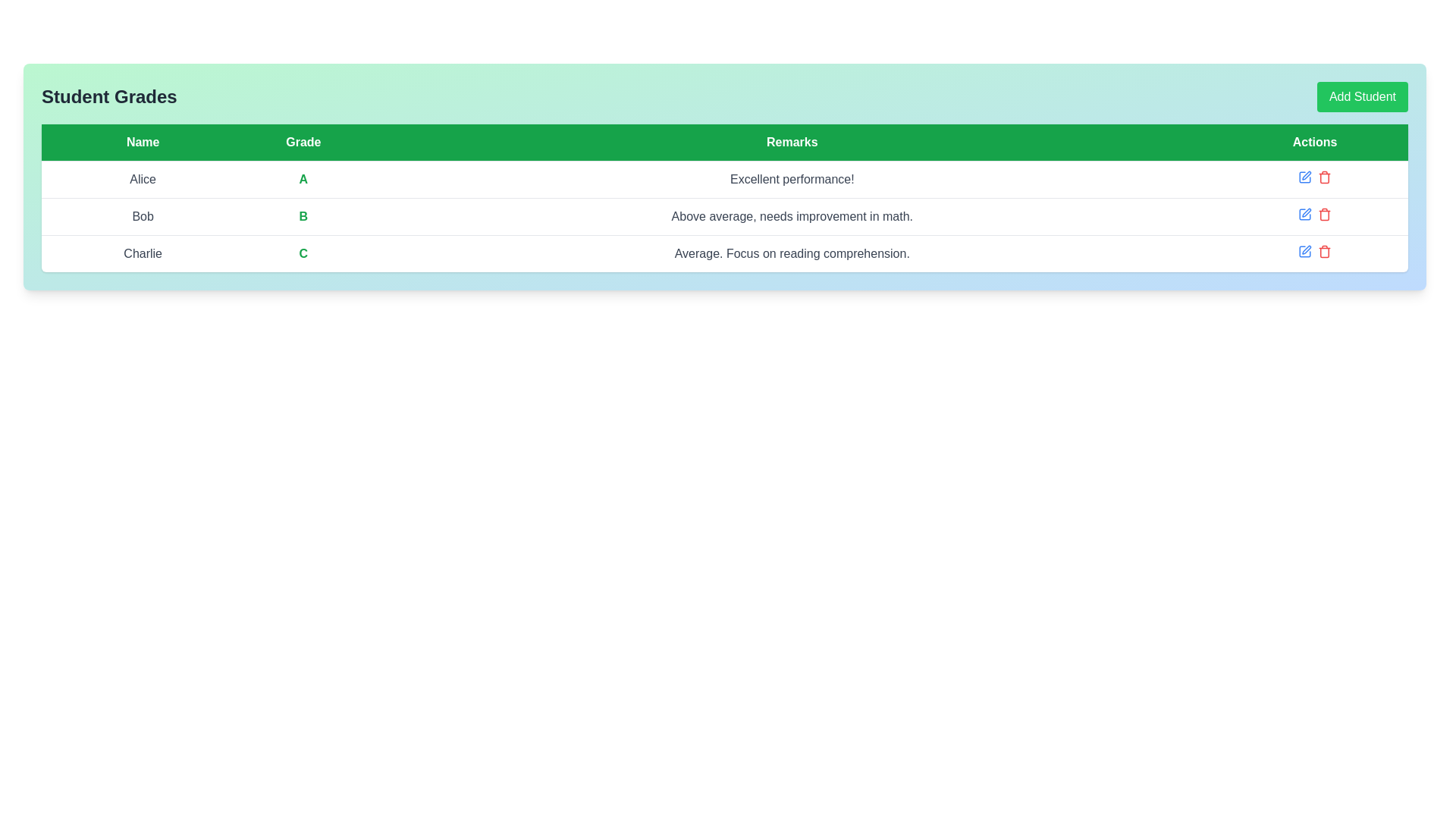  I want to click on the icon button resembling a square with a checkmark or pen stroke in the Actions column of the table for student 'Bob' to possibly reveal a tooltip, so click(1304, 214).